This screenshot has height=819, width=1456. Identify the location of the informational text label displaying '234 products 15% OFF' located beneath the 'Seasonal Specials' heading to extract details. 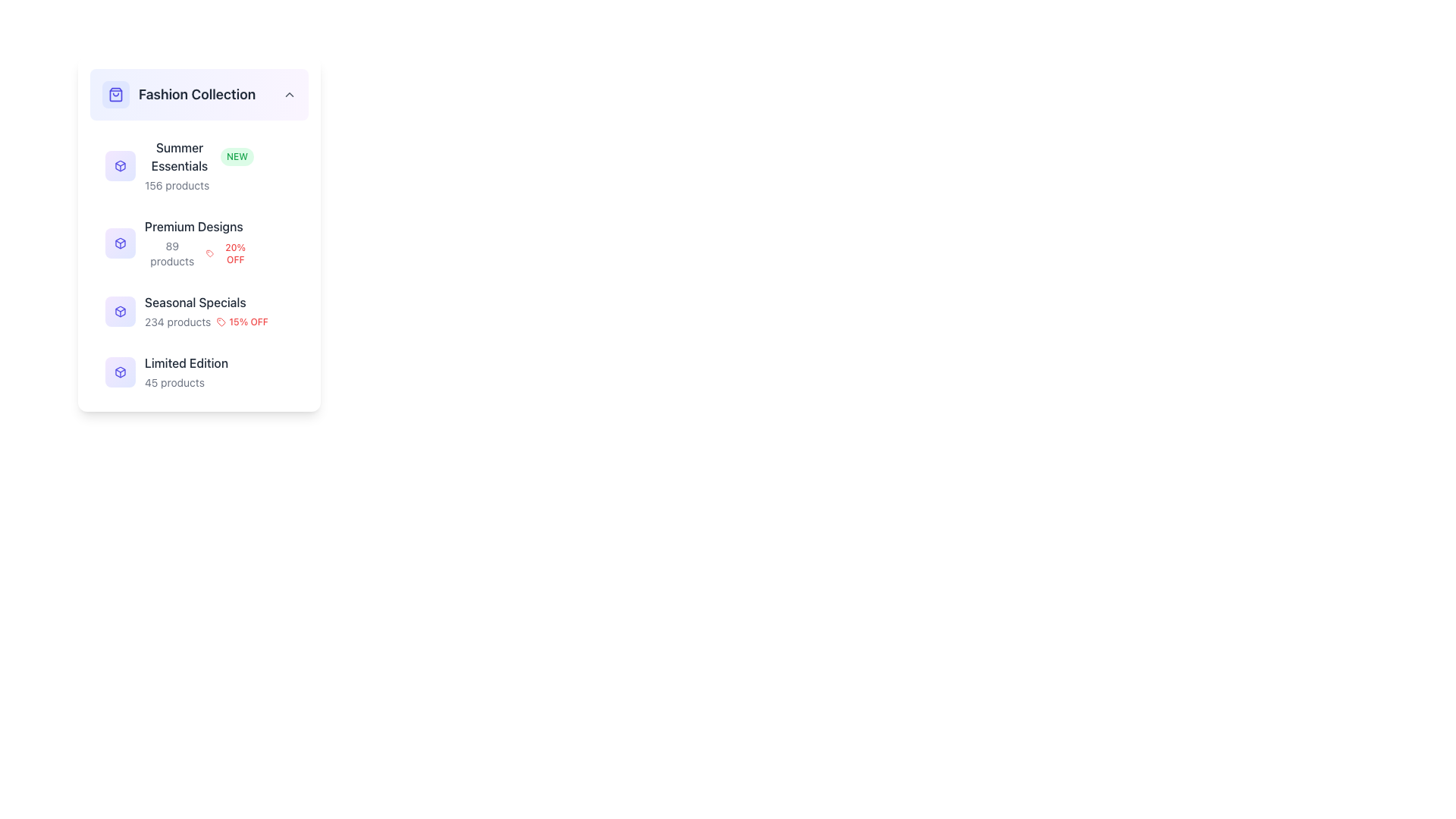
(211, 321).